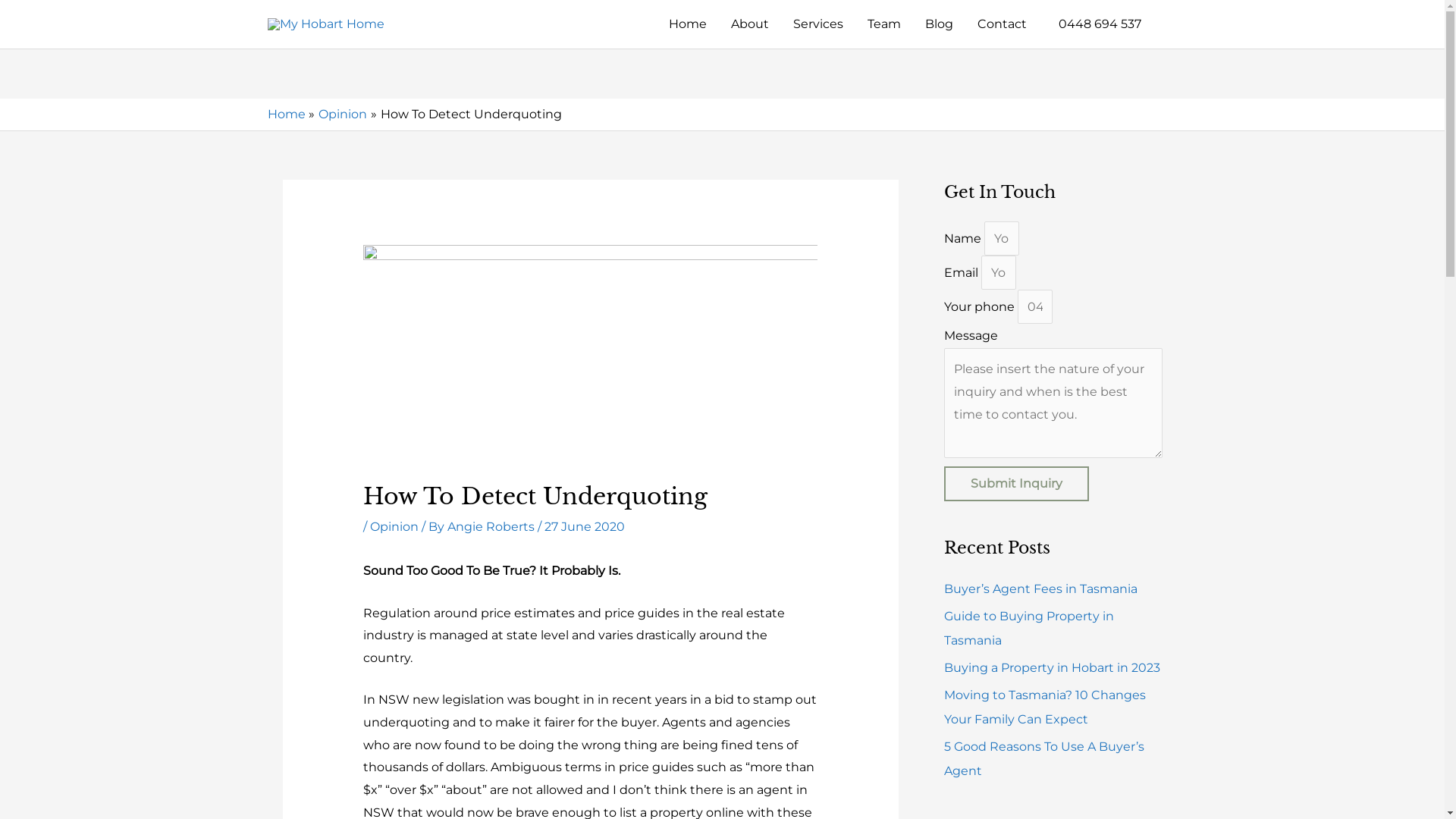  I want to click on 'Moving to Tasmania? 10 Changes Your Family Can Expect', so click(1043, 707).